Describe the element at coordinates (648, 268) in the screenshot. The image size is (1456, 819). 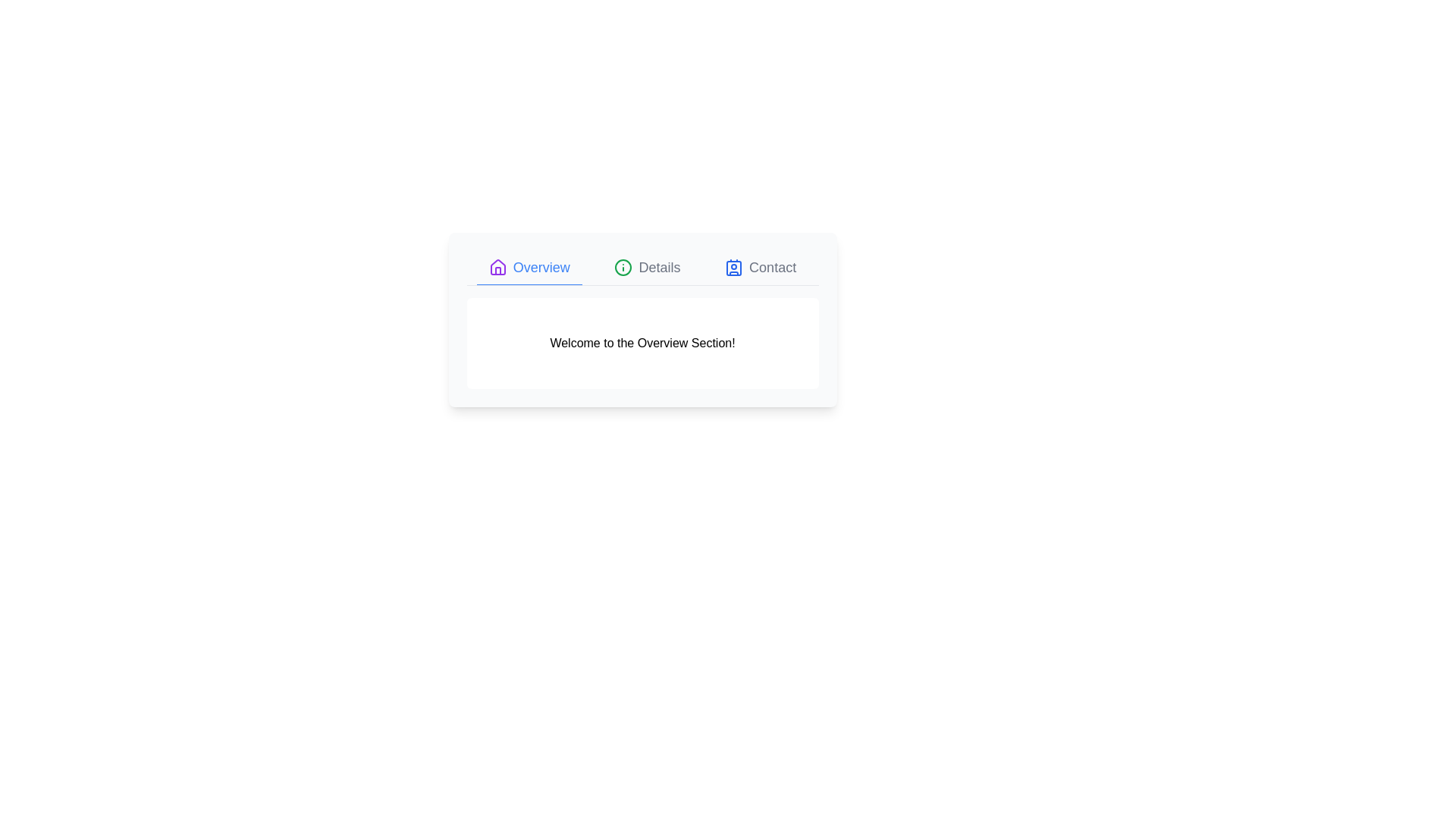
I see `the Details tab to switch to its content` at that location.